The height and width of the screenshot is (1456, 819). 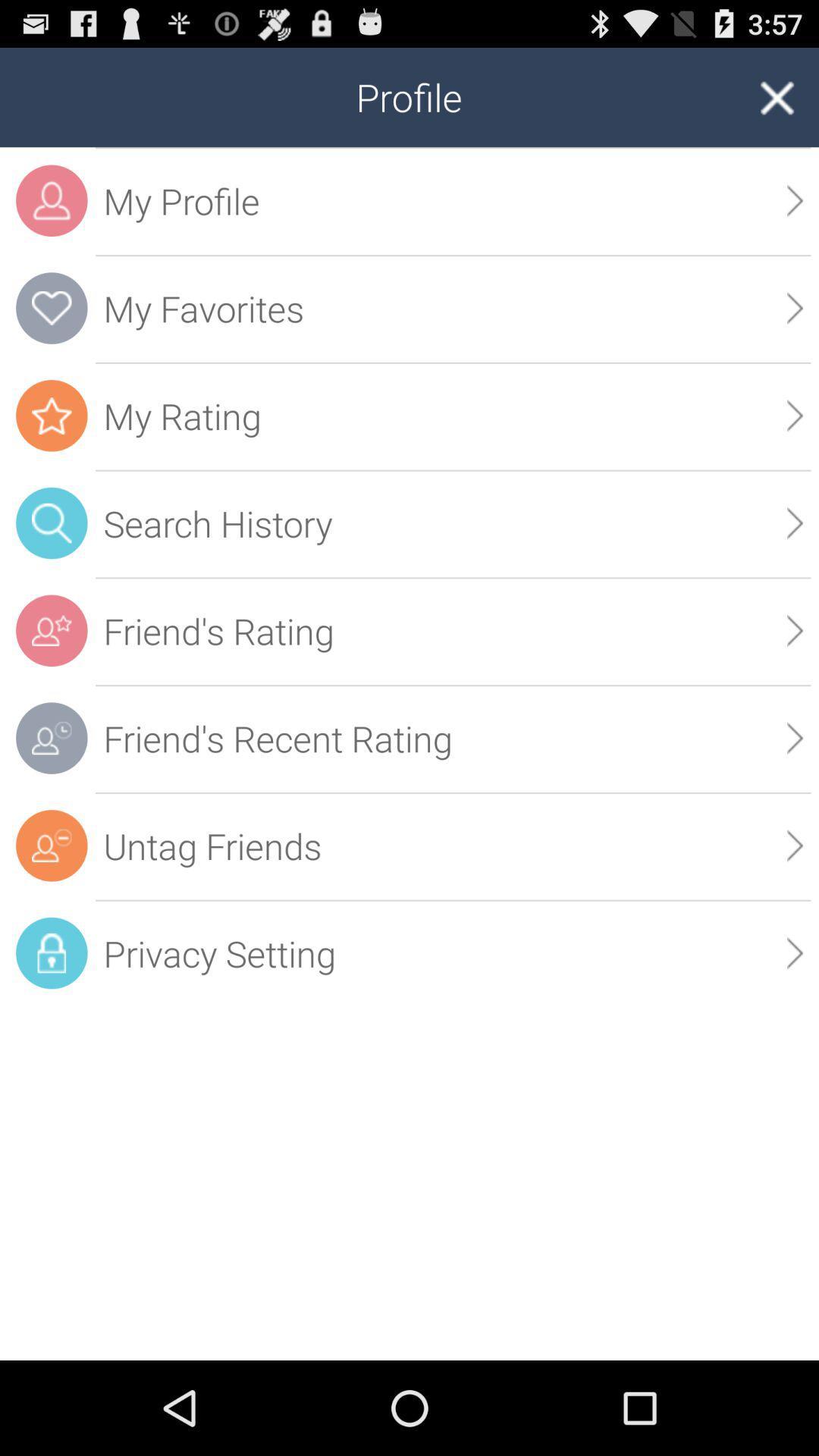 What do you see at coordinates (452, 200) in the screenshot?
I see `the app above the my favorites` at bounding box center [452, 200].